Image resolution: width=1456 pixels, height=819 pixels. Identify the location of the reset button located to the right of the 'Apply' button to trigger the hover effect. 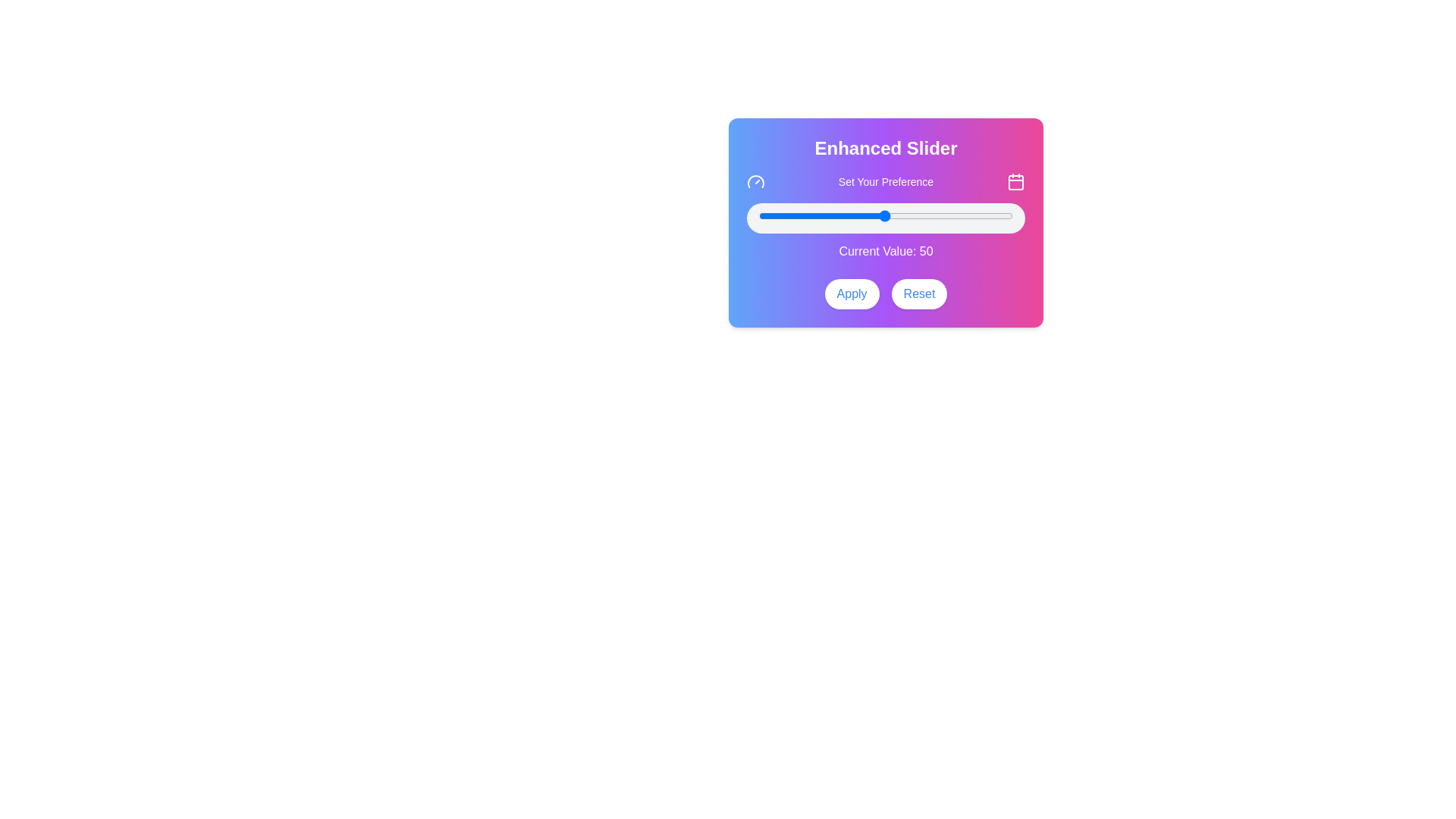
(918, 294).